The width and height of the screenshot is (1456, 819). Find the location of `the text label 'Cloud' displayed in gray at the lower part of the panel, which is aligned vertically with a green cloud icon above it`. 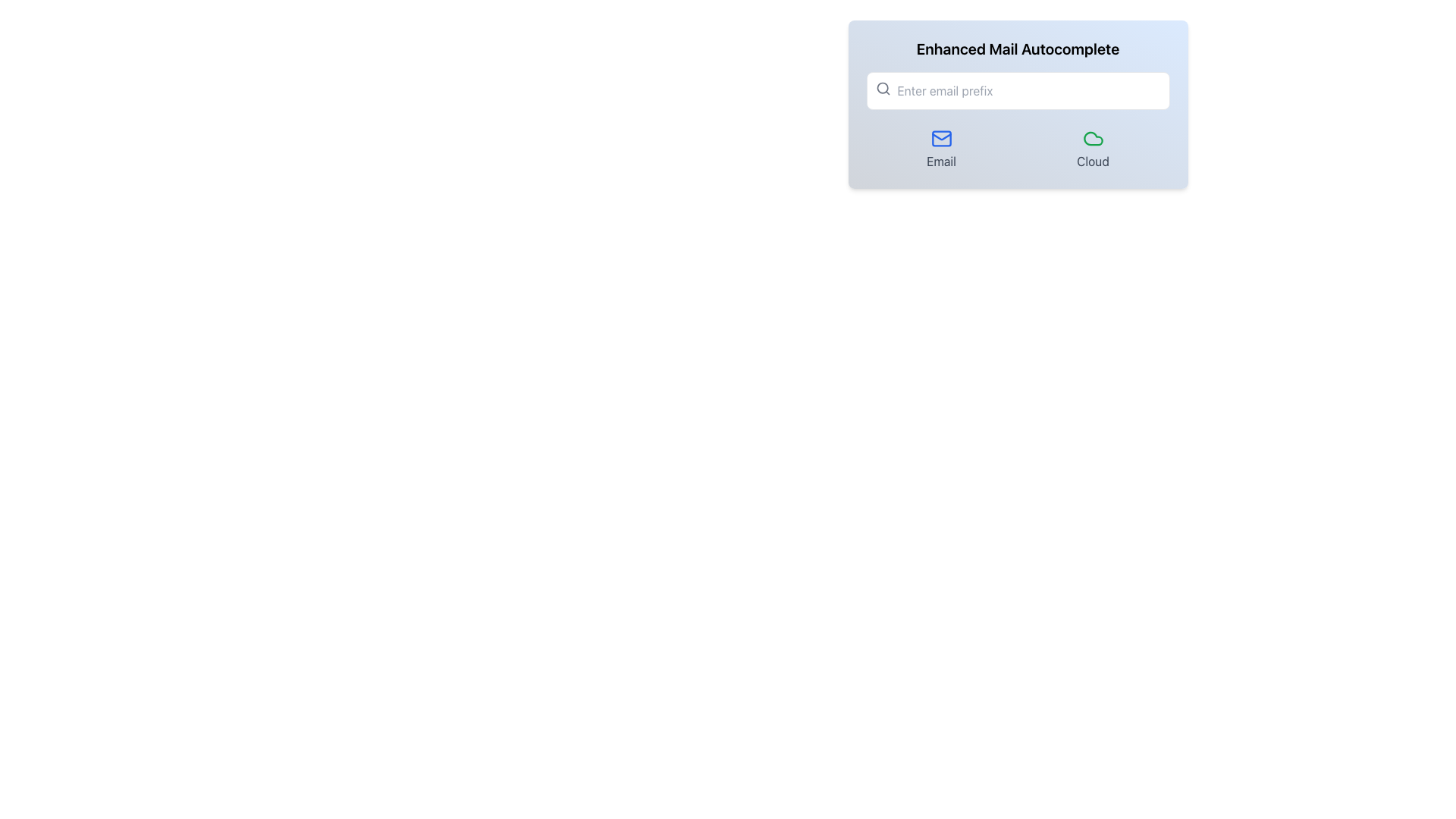

the text label 'Cloud' displayed in gray at the lower part of the panel, which is aligned vertically with a green cloud icon above it is located at coordinates (1093, 161).